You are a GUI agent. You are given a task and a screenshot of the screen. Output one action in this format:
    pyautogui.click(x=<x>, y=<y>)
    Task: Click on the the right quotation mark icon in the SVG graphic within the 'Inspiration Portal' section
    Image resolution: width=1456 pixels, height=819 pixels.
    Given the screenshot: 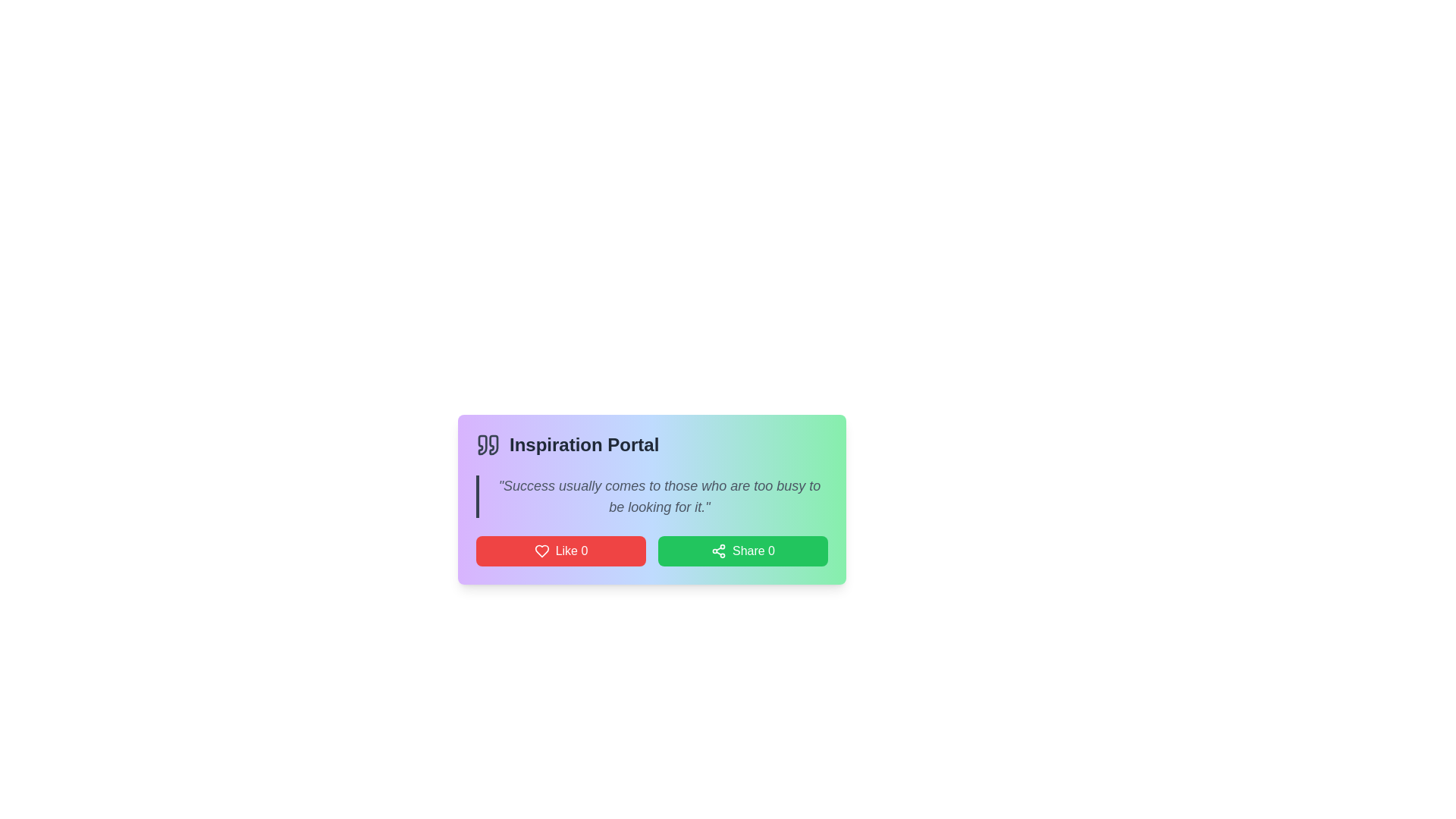 What is the action you would take?
    pyautogui.click(x=494, y=444)
    